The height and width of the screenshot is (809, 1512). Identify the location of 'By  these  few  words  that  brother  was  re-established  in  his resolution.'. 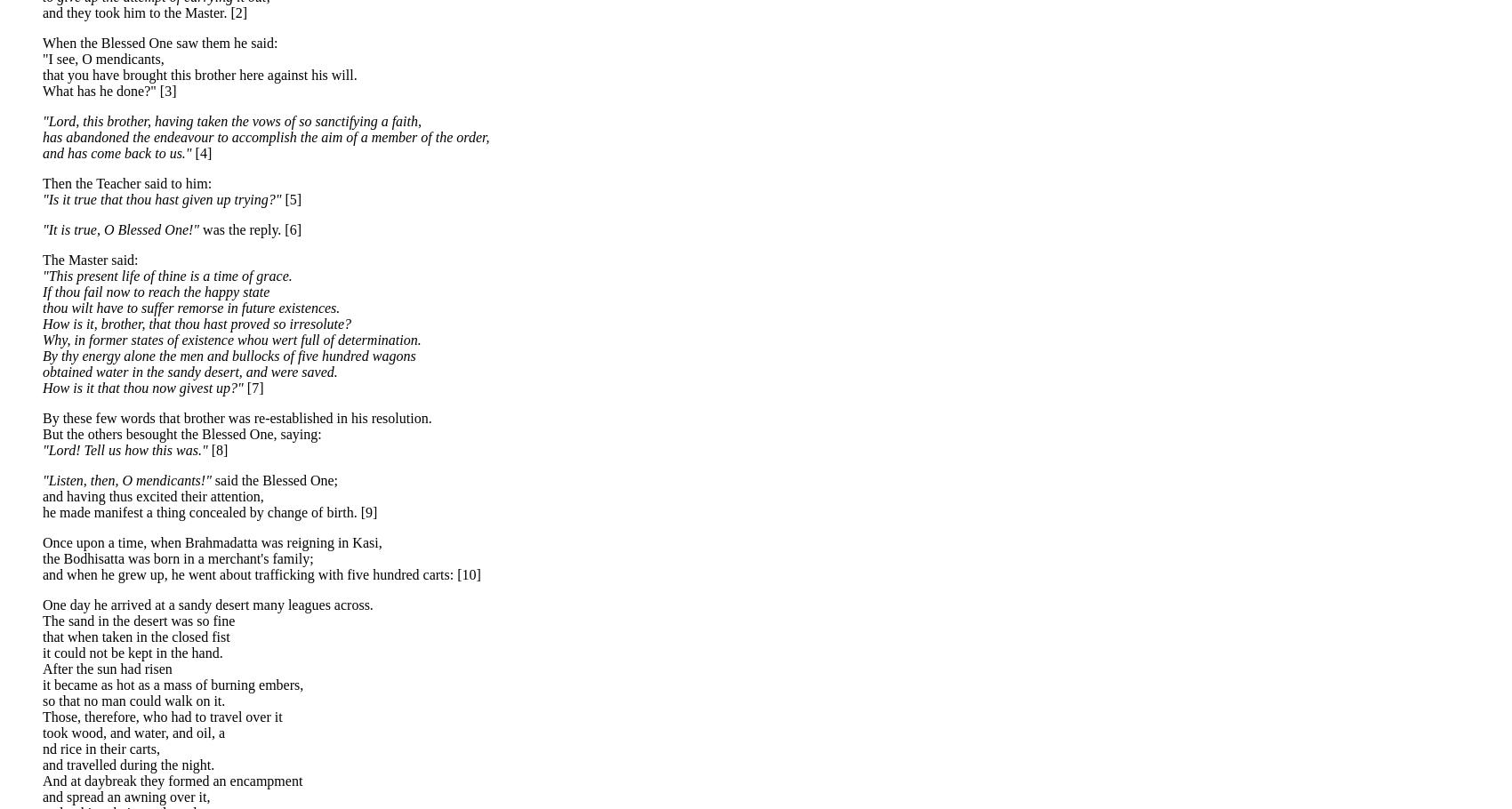
(237, 416).